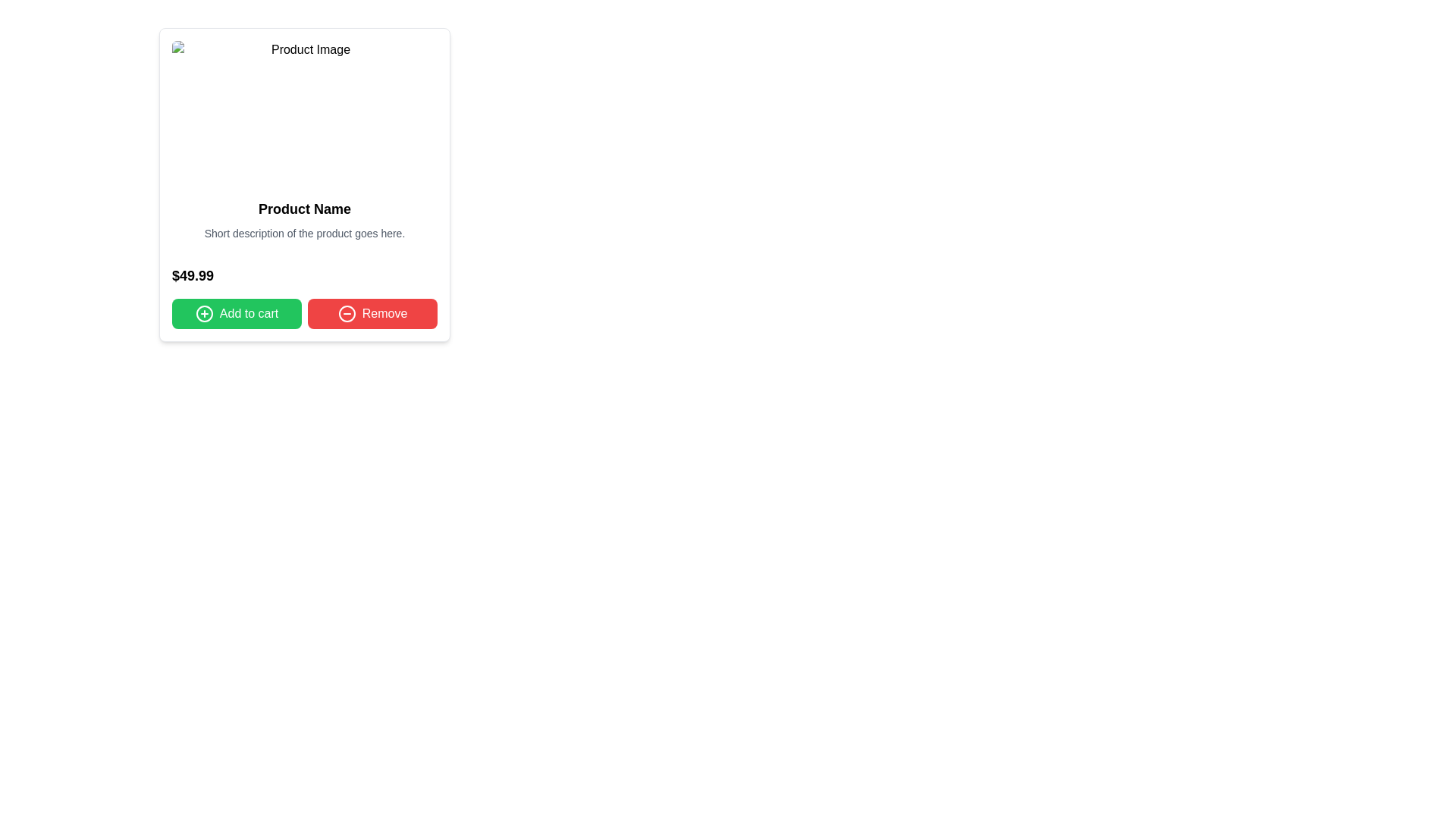 The image size is (1456, 819). I want to click on the 'remove' action icon located within the red 'Remove' button, positioned to the left of the label 'Remove' on the right side of the bottom section of the card interface, so click(346, 312).